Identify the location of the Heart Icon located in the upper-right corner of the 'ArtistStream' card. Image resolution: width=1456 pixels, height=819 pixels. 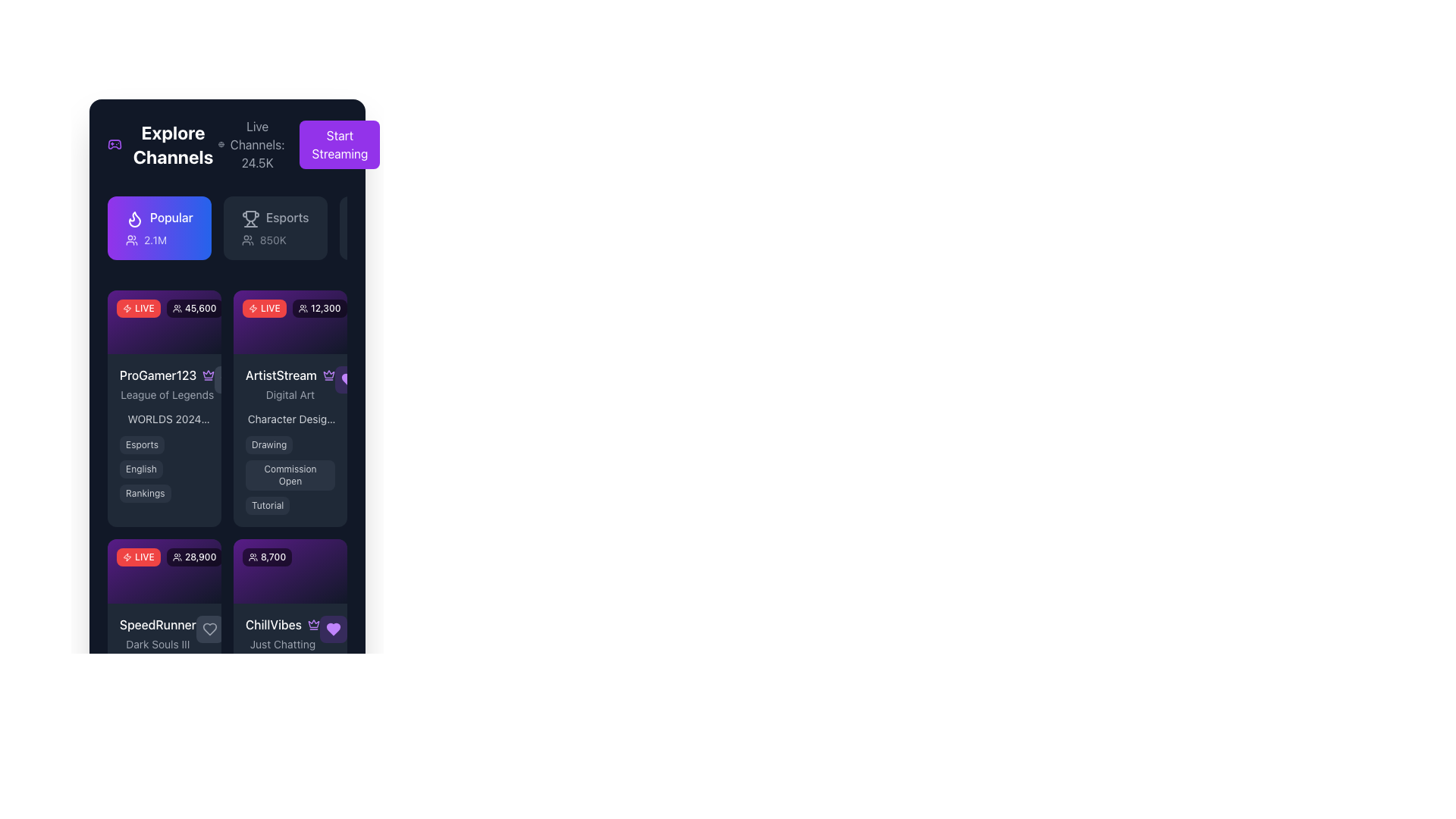
(348, 379).